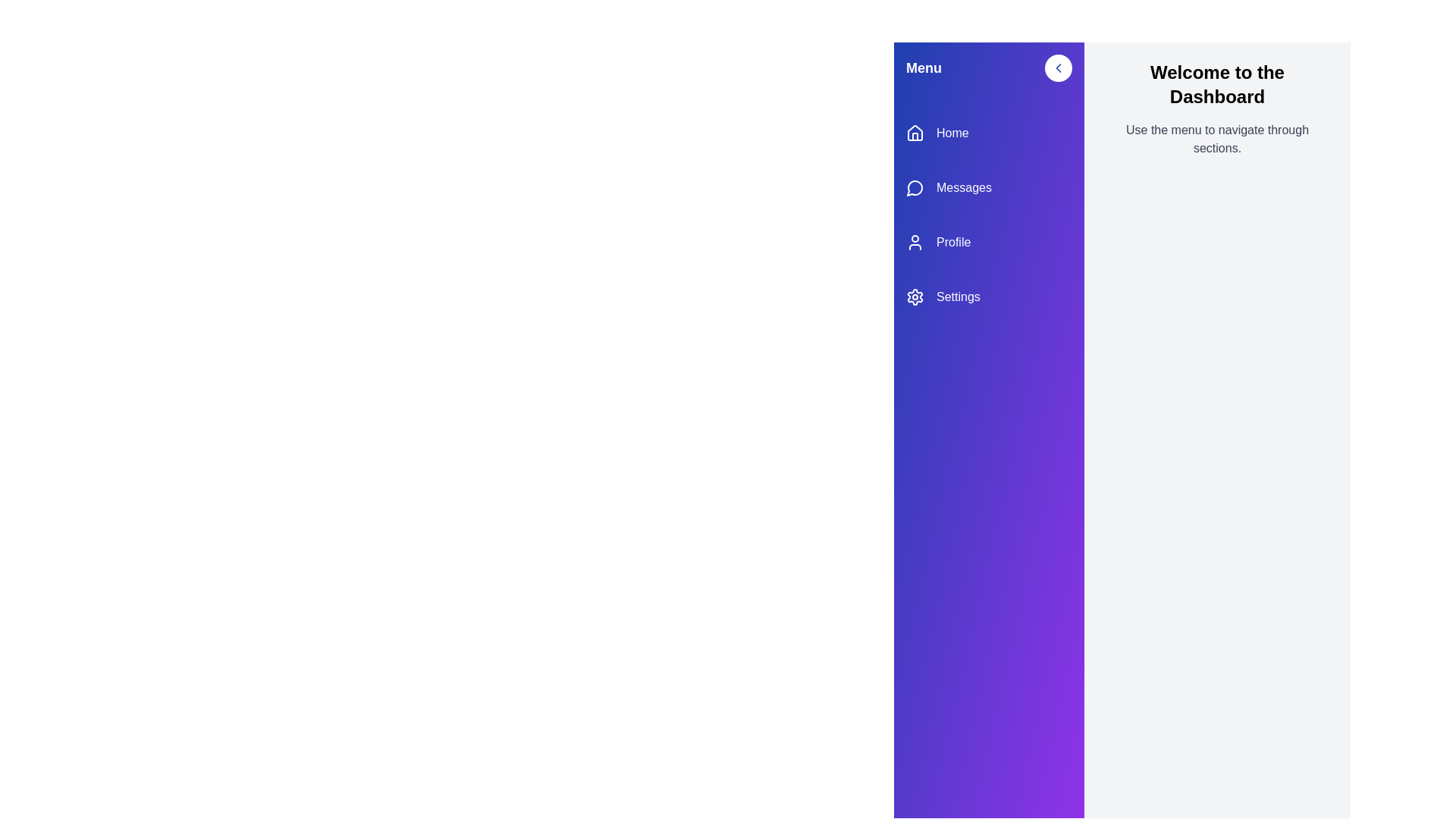 The image size is (1456, 819). I want to click on the Settings icon in the sidebar, so click(914, 297).